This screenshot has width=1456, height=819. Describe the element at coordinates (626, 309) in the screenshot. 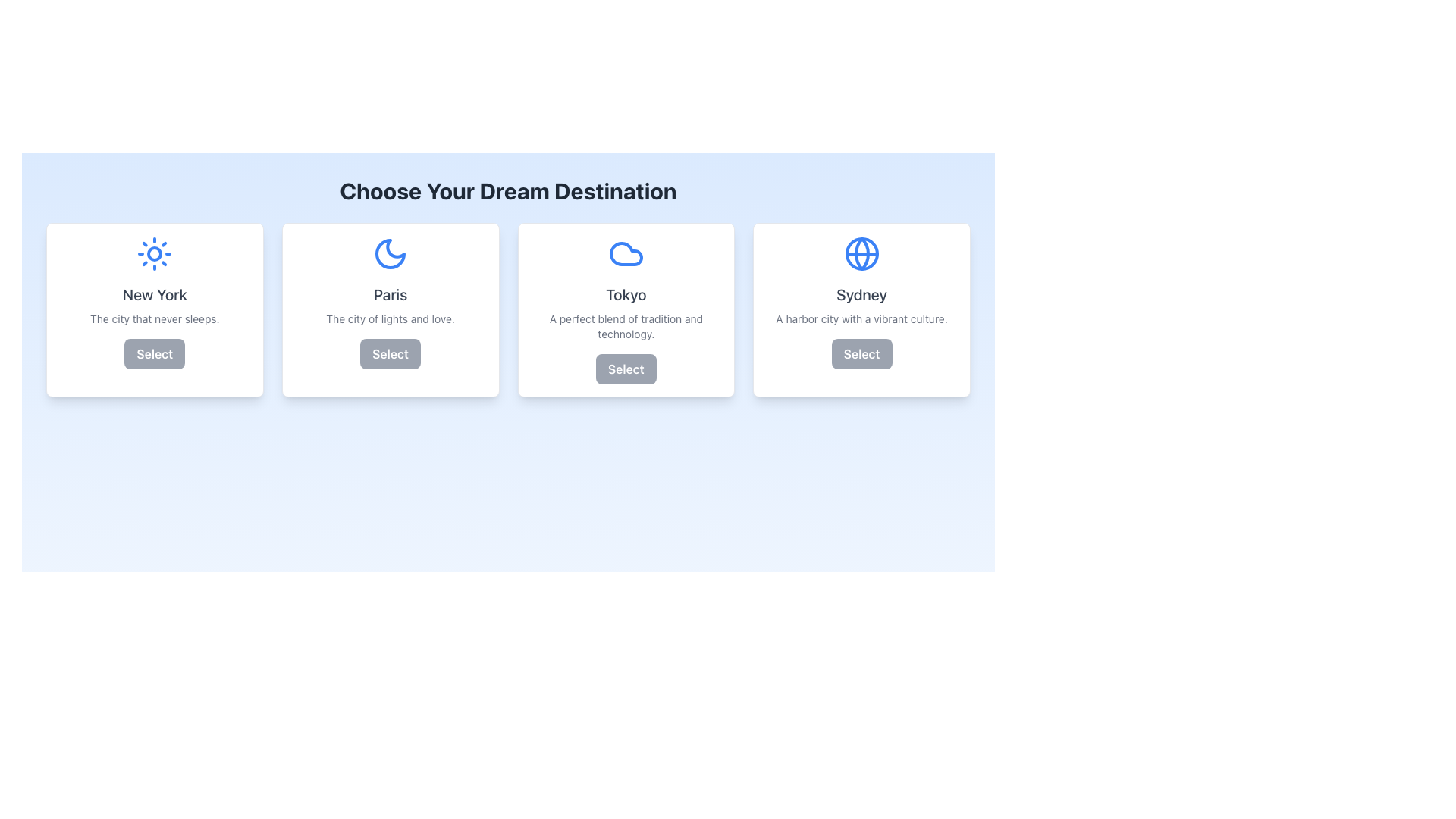

I see `the card containing information about Tokyo, located in the third column of a four-item grid layout, to observe any hover effects` at that location.